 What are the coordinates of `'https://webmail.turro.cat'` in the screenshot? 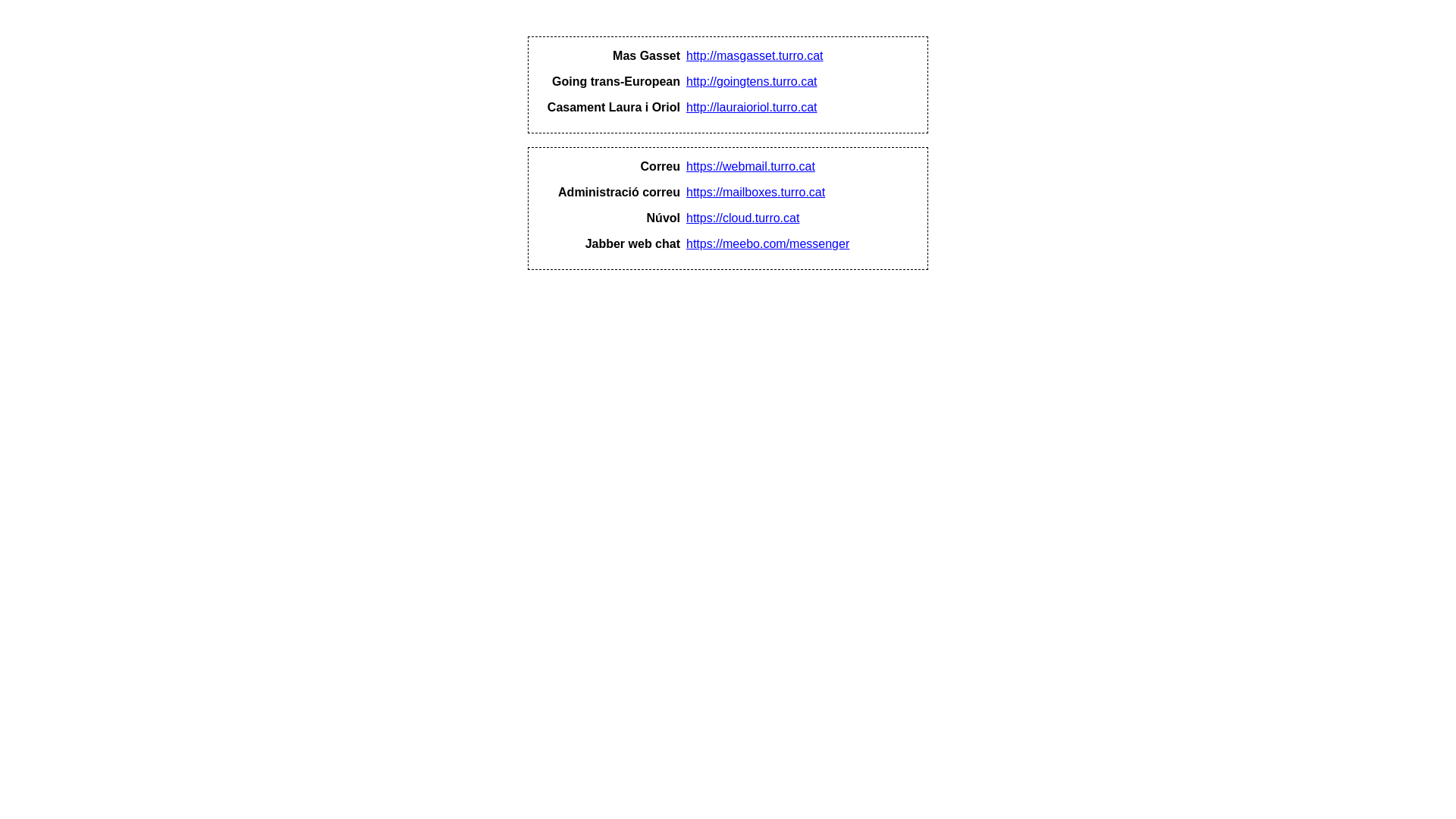 It's located at (750, 166).